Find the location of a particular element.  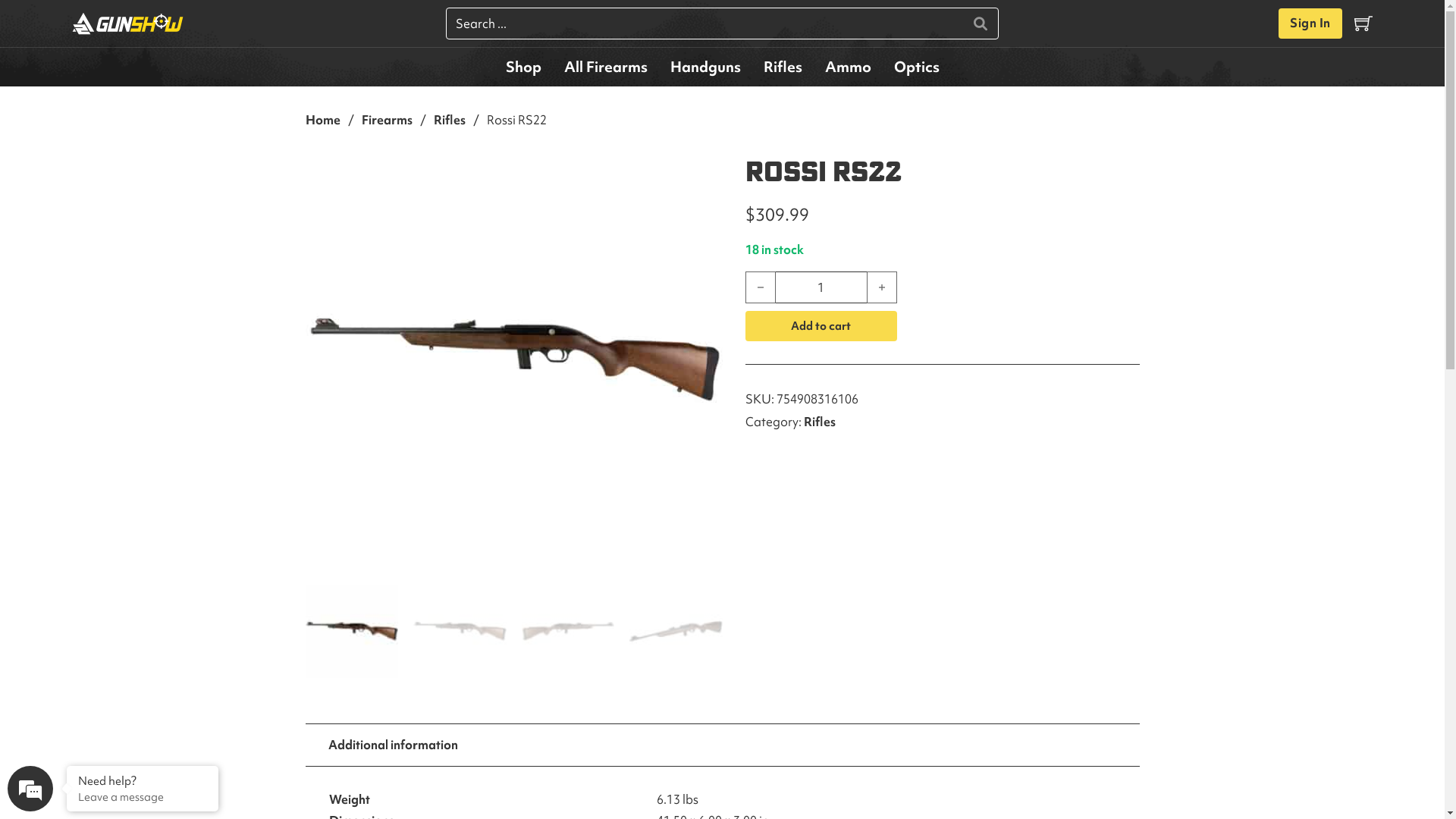

'Additional information' is located at coordinates (392, 744).